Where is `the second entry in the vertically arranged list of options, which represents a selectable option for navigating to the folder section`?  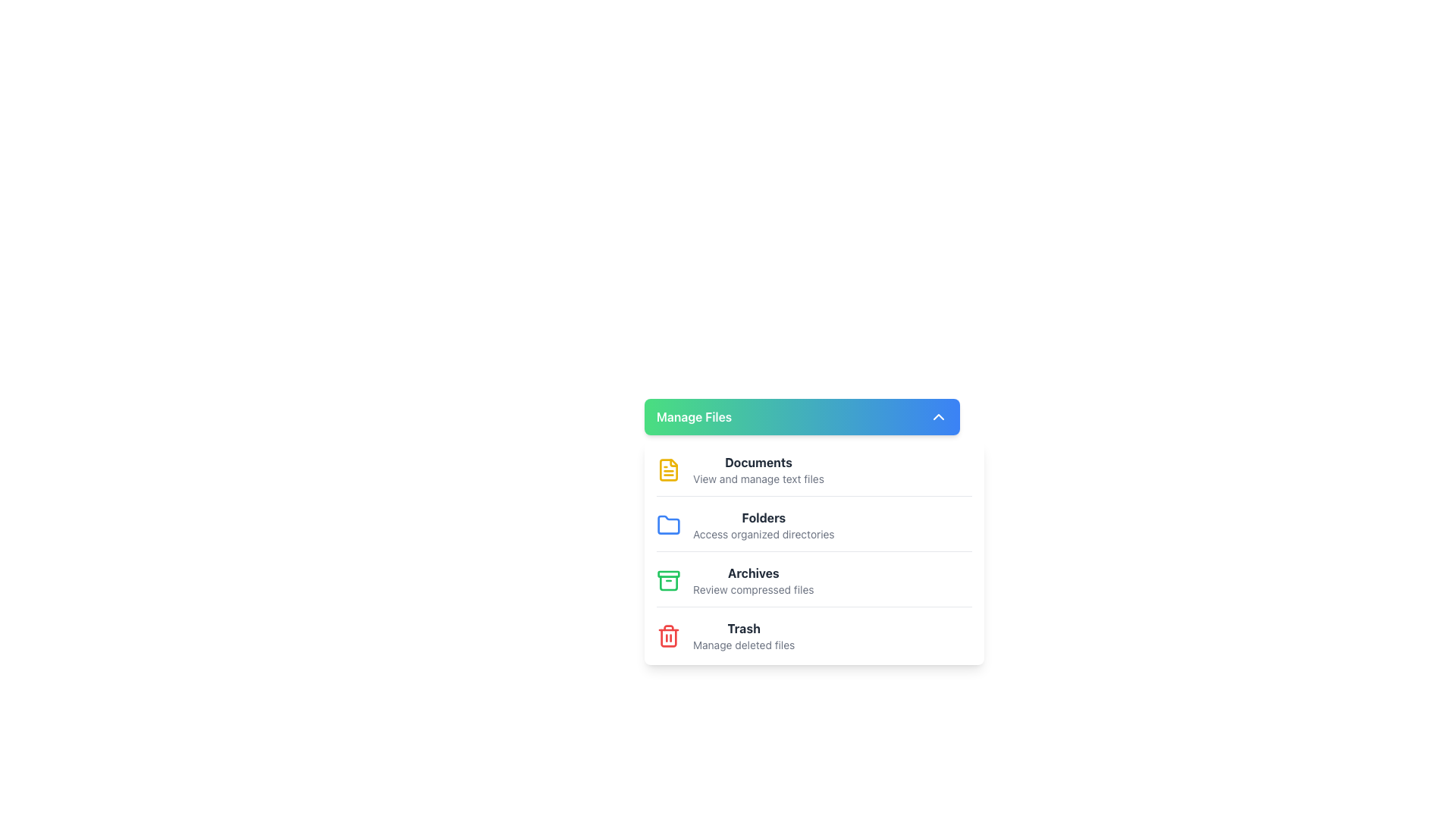 the second entry in the vertically arranged list of options, which represents a selectable option for navigating to the folder section is located at coordinates (764, 525).